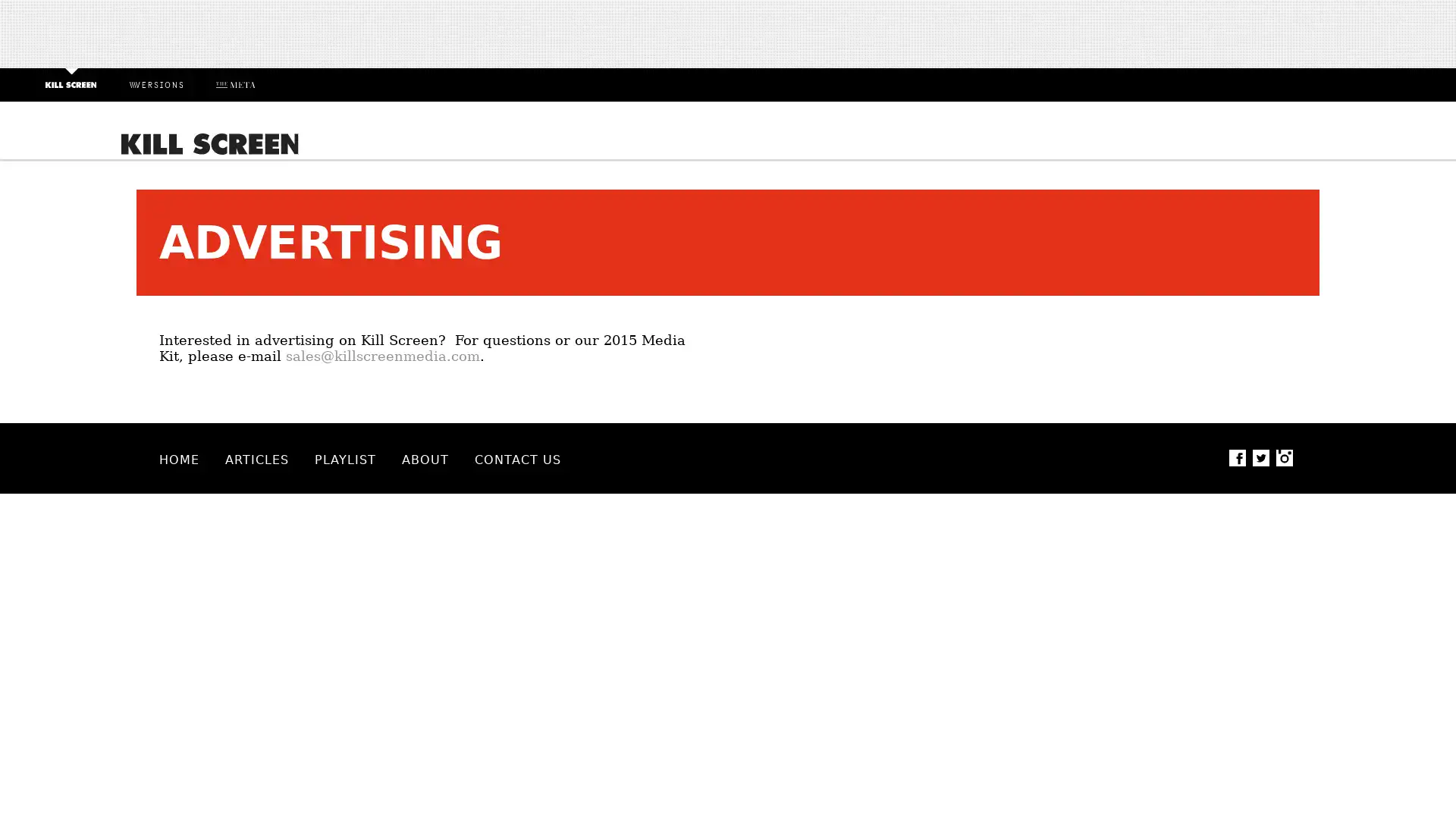 The width and height of the screenshot is (1456, 819). I want to click on Search, so click(1260, 148).